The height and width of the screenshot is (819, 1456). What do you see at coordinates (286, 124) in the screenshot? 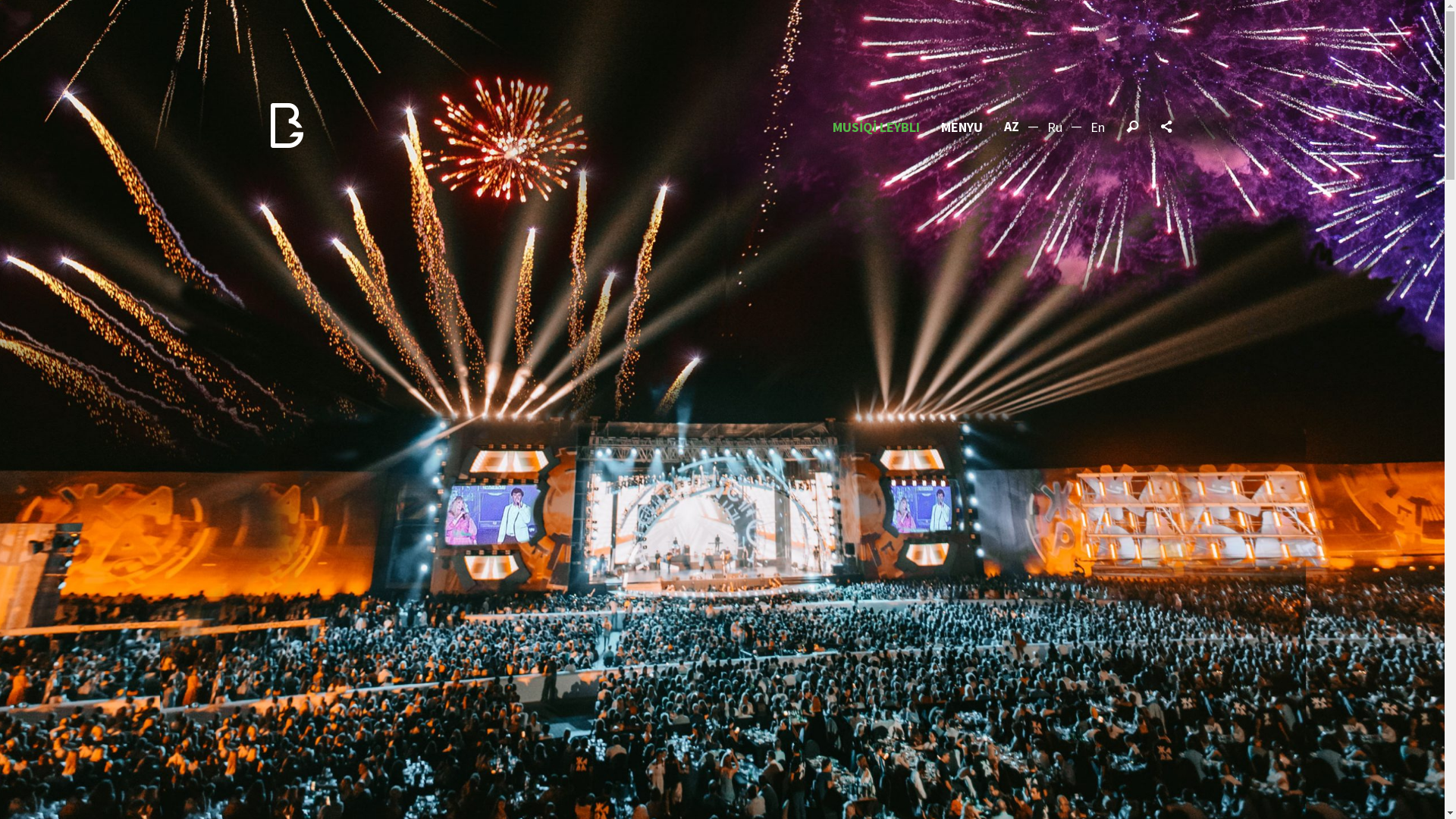
I see `'BEAT Group'` at bounding box center [286, 124].